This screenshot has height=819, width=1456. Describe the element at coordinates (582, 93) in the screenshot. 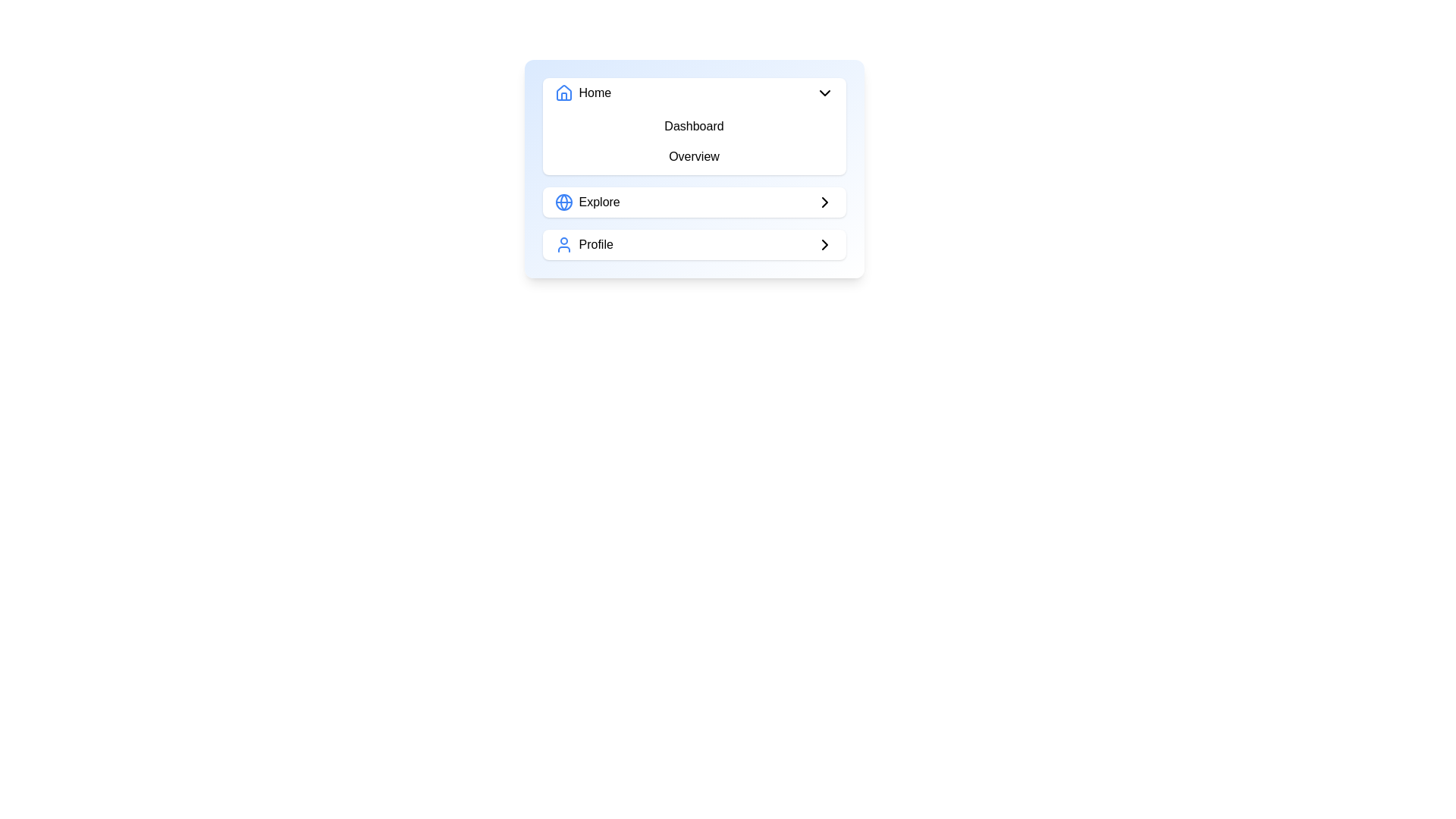

I see `the 'Home' text label with icon, which displays a bold 'Home' text and a blue house icon to its left` at that location.